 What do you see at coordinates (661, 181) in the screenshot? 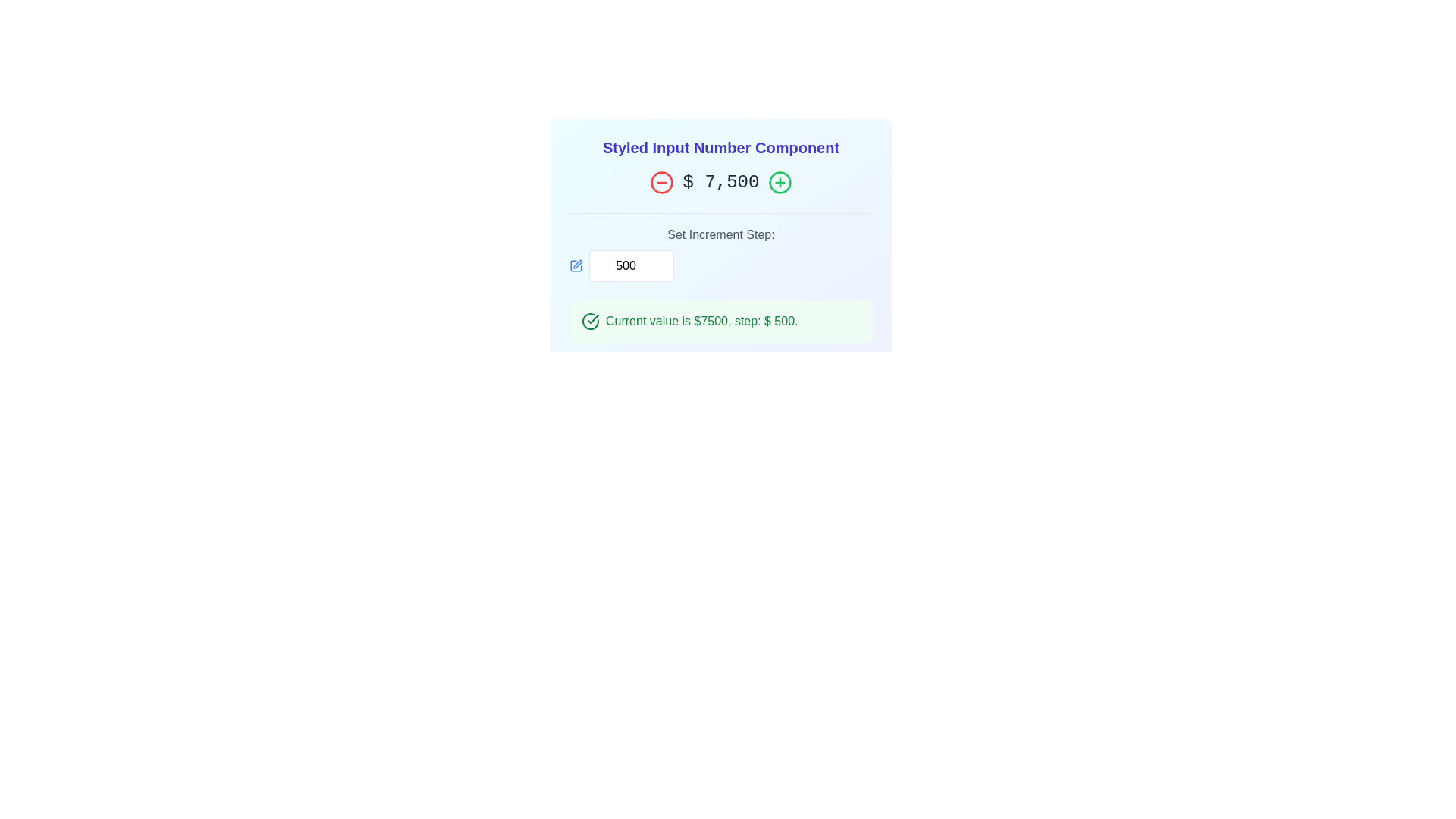
I see `the decrement button, which is a circular outline with a minus symbol inside, located to the left of the numeric value display ($7,500)` at bounding box center [661, 181].